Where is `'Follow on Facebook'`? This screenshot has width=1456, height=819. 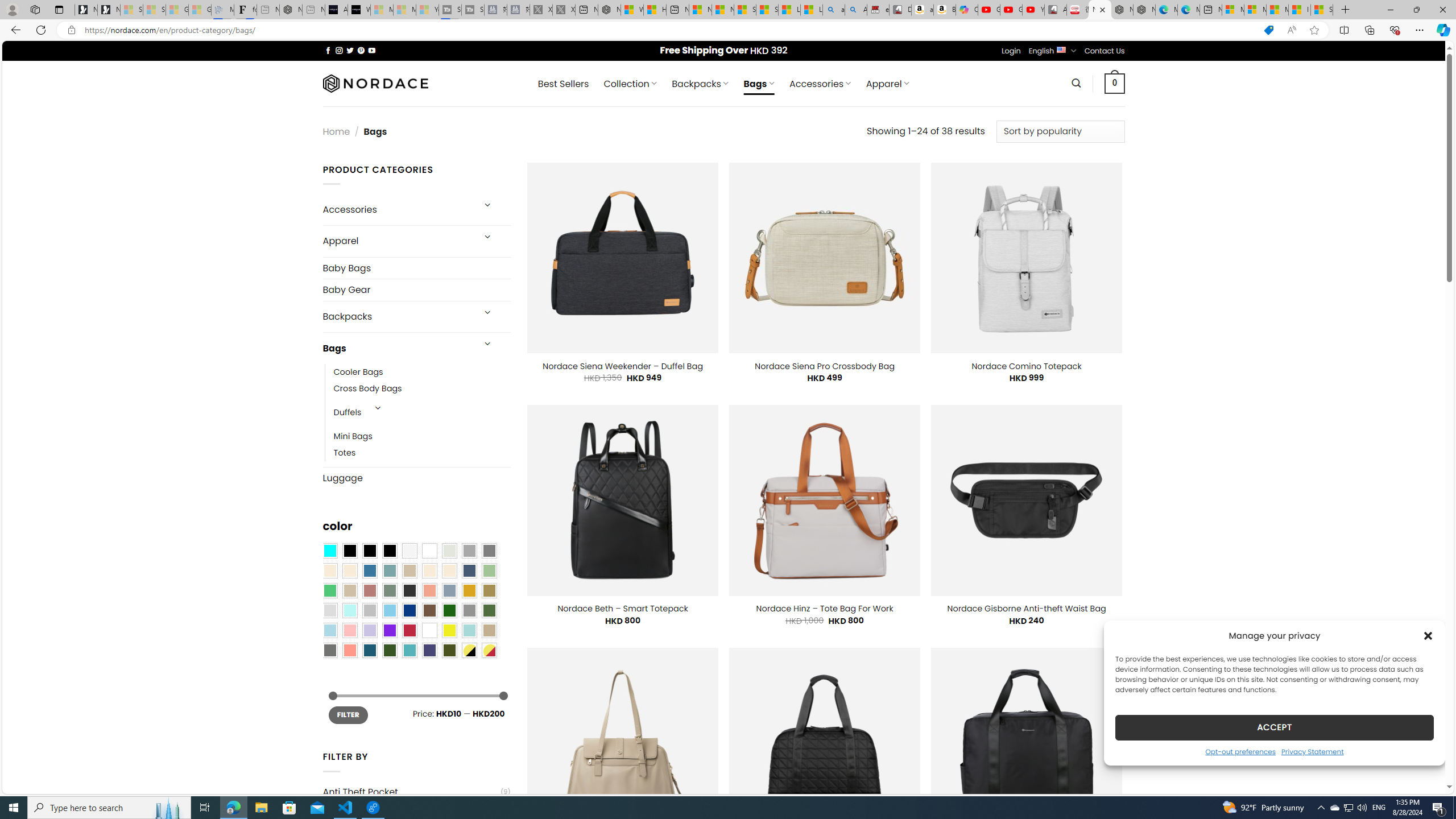 'Follow on Facebook' is located at coordinates (328, 50).